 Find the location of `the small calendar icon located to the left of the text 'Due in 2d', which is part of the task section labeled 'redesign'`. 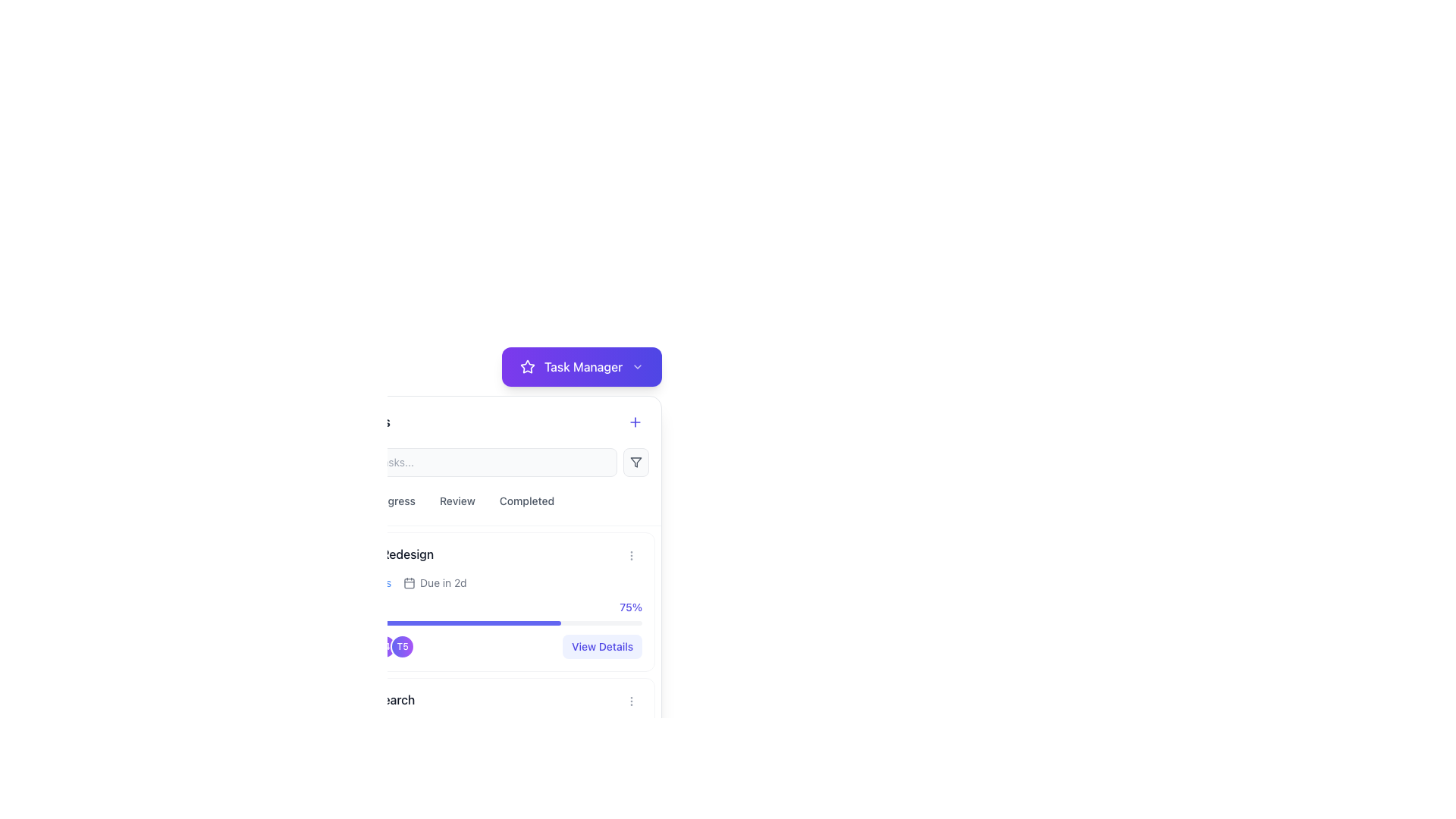

the small calendar icon located to the left of the text 'Due in 2d', which is part of the task section labeled 'redesign' is located at coordinates (409, 582).